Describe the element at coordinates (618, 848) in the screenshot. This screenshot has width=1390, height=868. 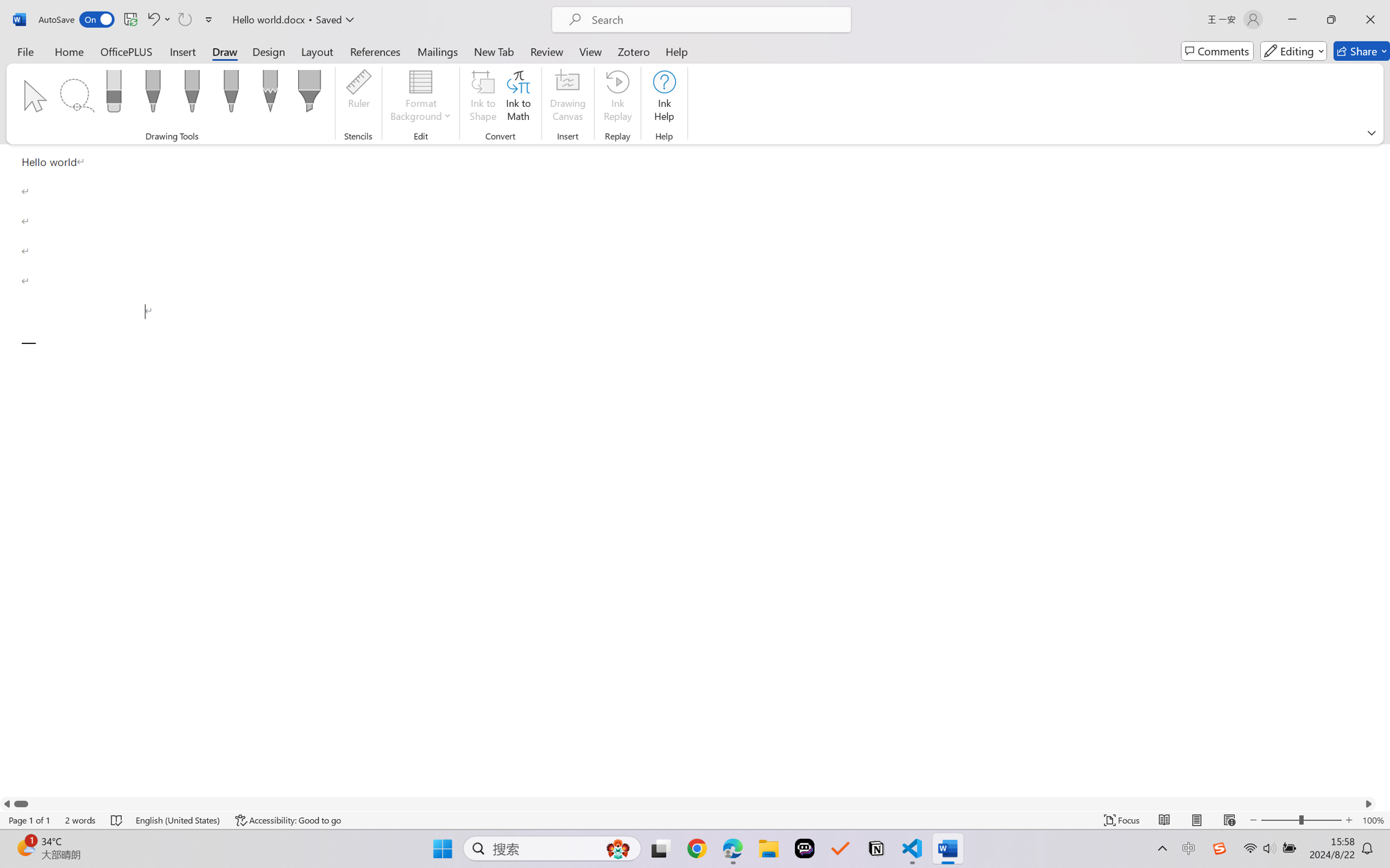
I see `'AutomationID: DynamicSearchBoxGleamImage'` at that location.